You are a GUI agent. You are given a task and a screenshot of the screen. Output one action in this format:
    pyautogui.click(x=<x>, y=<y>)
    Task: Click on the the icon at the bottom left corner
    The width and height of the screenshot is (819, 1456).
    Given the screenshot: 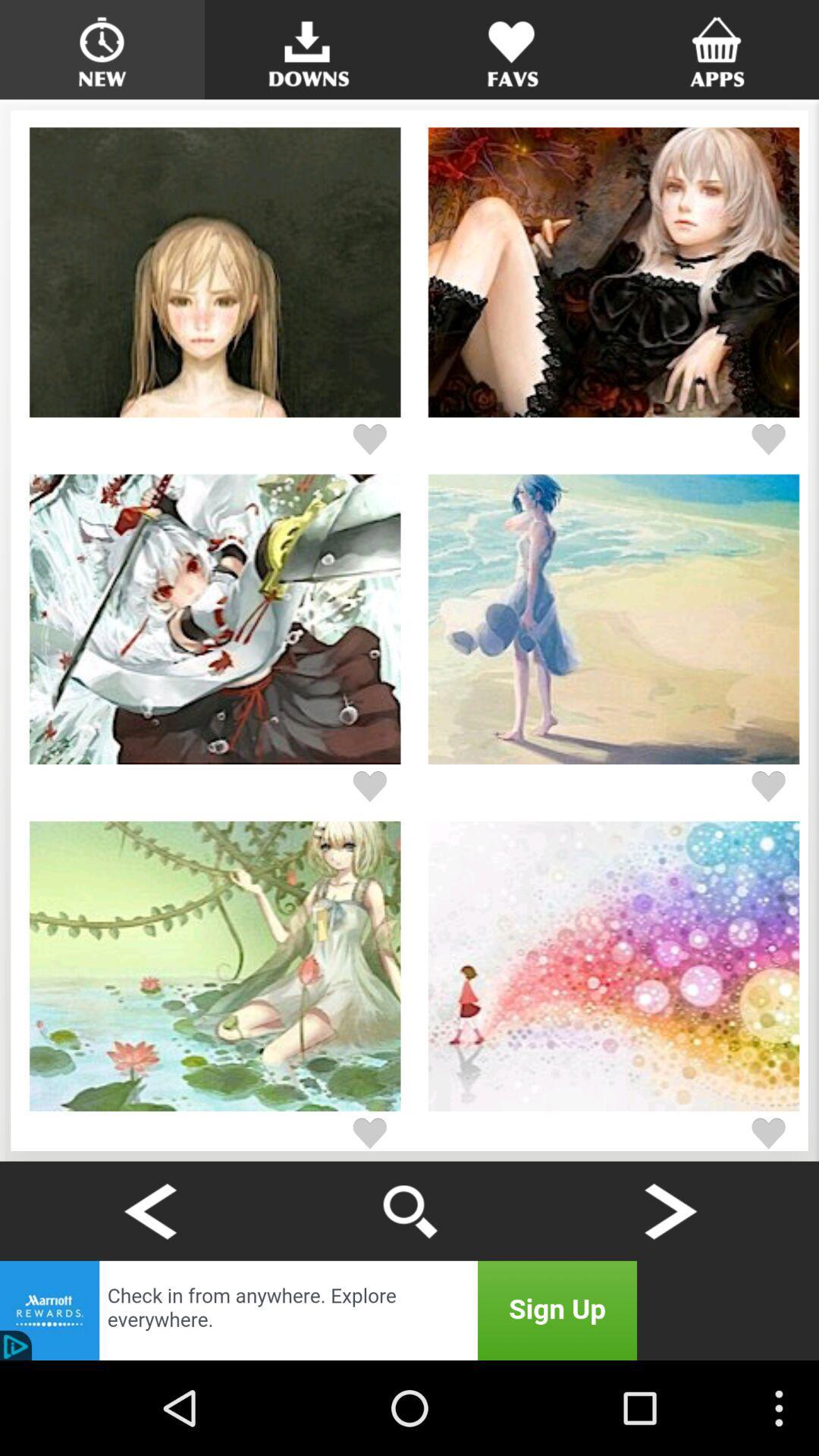 What is the action you would take?
    pyautogui.click(x=149, y=1210)
    